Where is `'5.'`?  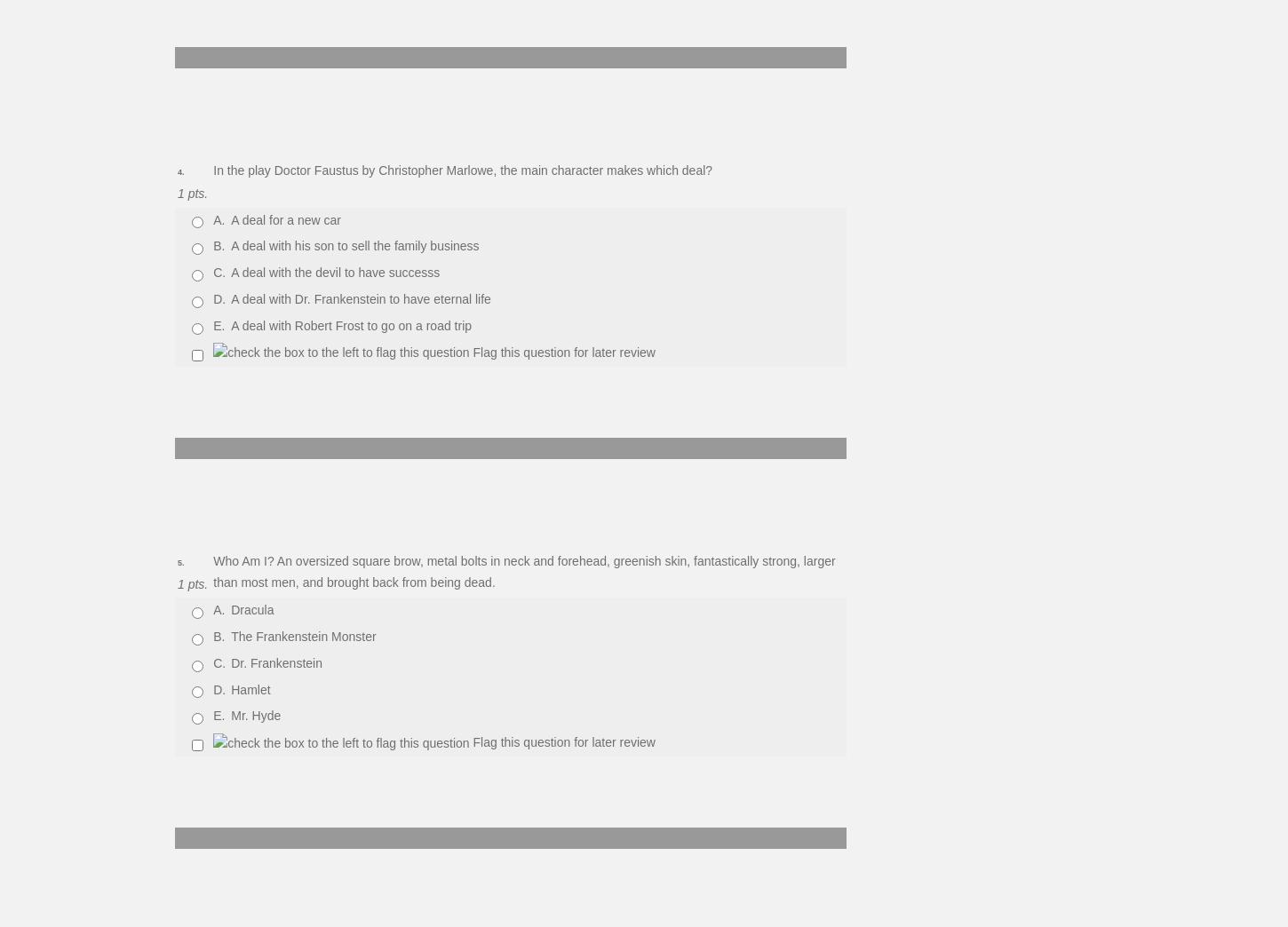
'5.' is located at coordinates (176, 561).